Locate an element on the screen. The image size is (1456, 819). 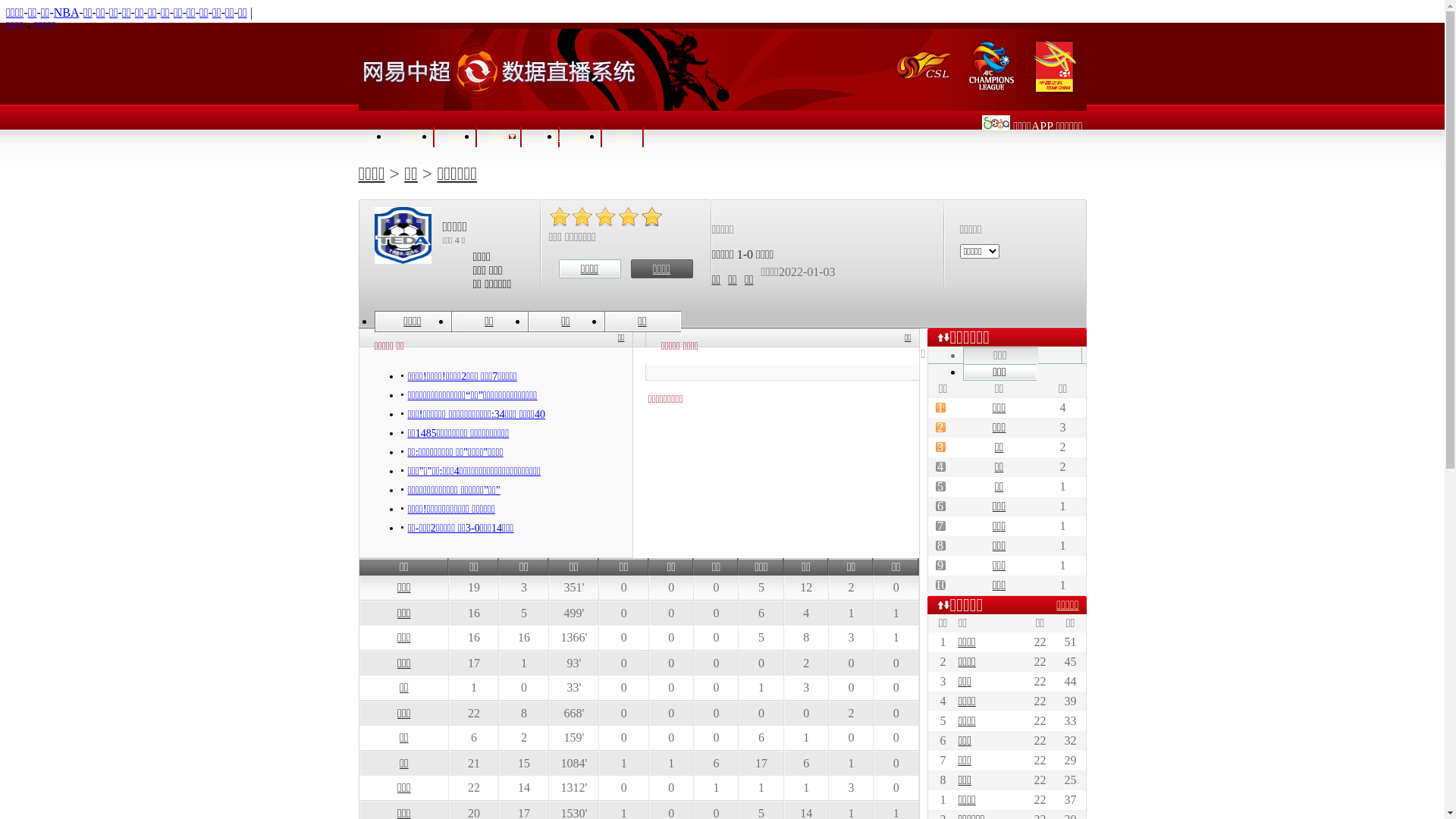
'NBA' is located at coordinates (65, 12).